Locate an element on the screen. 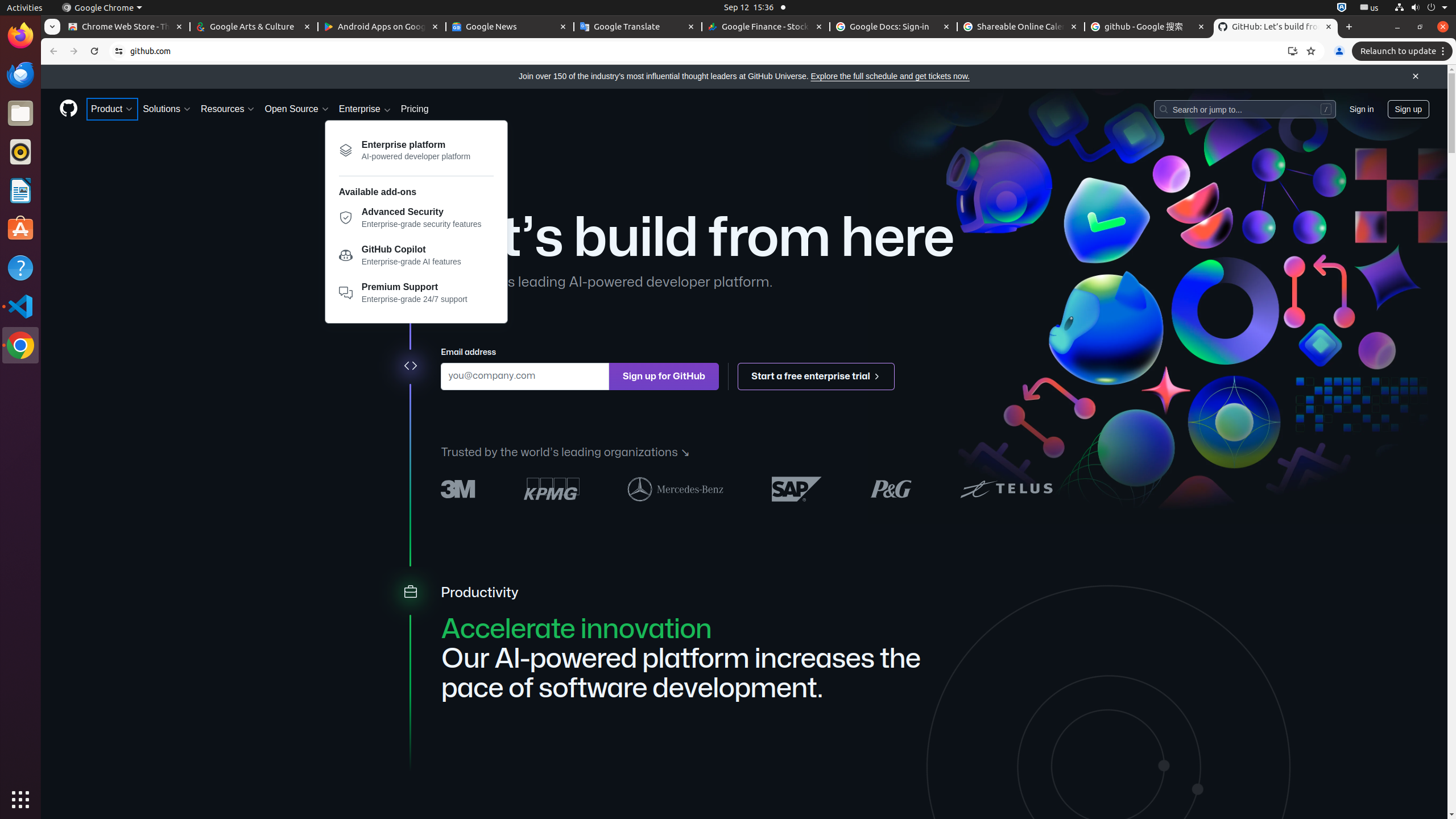  'You' is located at coordinates (1338, 51).